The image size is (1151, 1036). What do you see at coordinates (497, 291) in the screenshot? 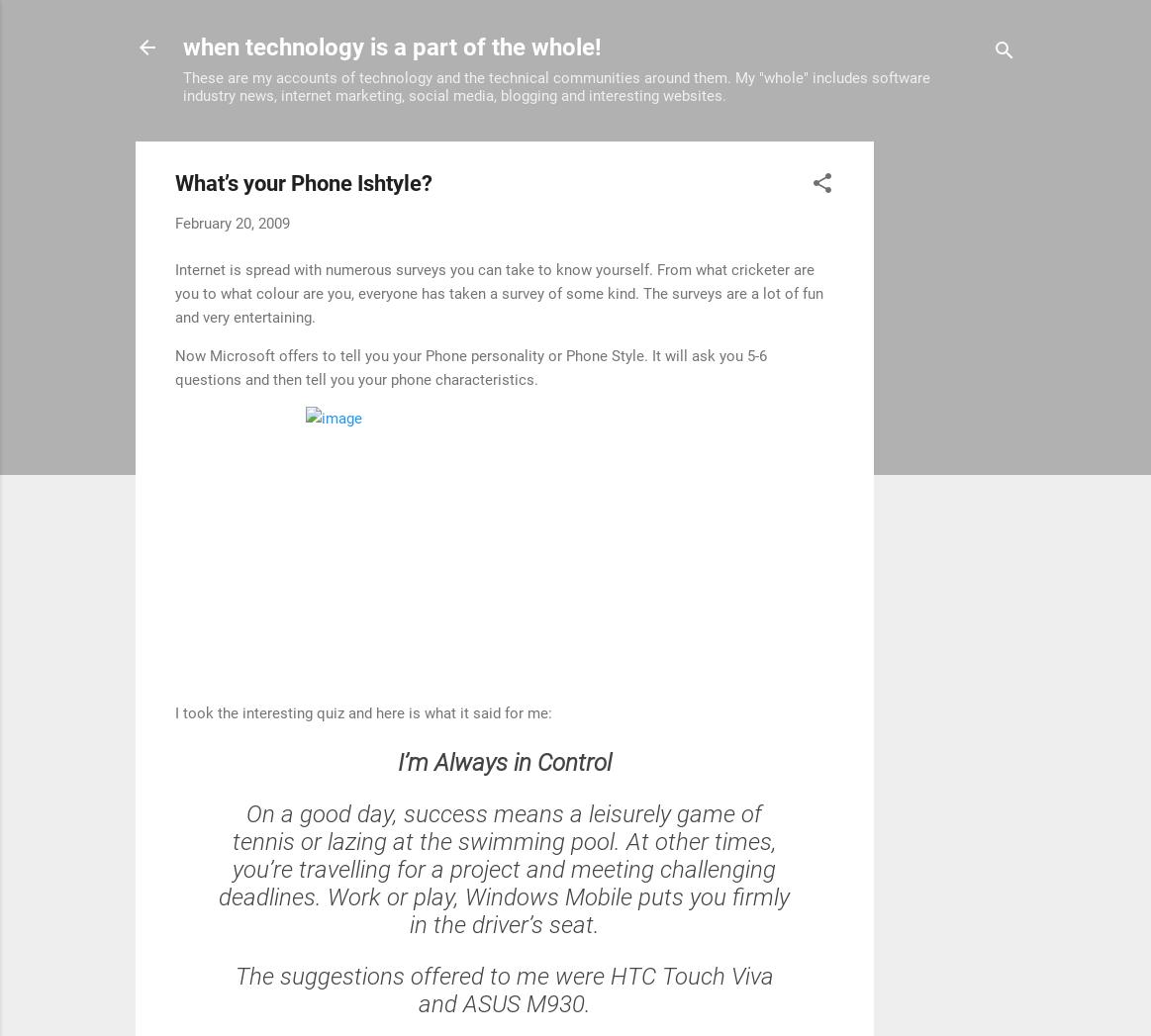
I see `'Internet is spread with numerous surveys you can take to know yourself. From what cricketer are you to what colour are you, everyone has taken a survey of some kind. The surveys are a lot of fun and very entertaining.'` at bounding box center [497, 291].